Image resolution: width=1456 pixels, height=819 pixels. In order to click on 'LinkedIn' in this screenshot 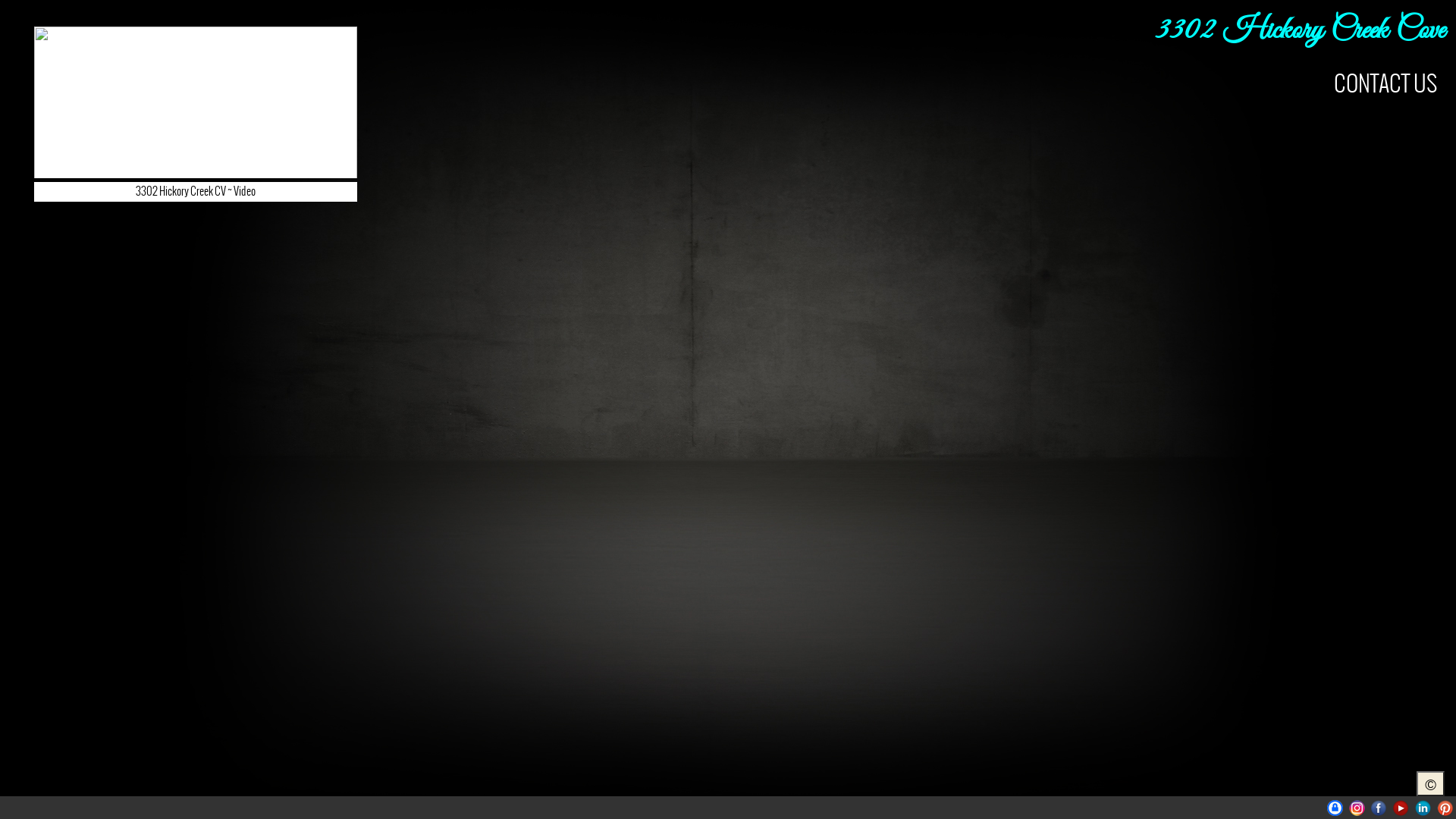, I will do `click(1422, 807)`.